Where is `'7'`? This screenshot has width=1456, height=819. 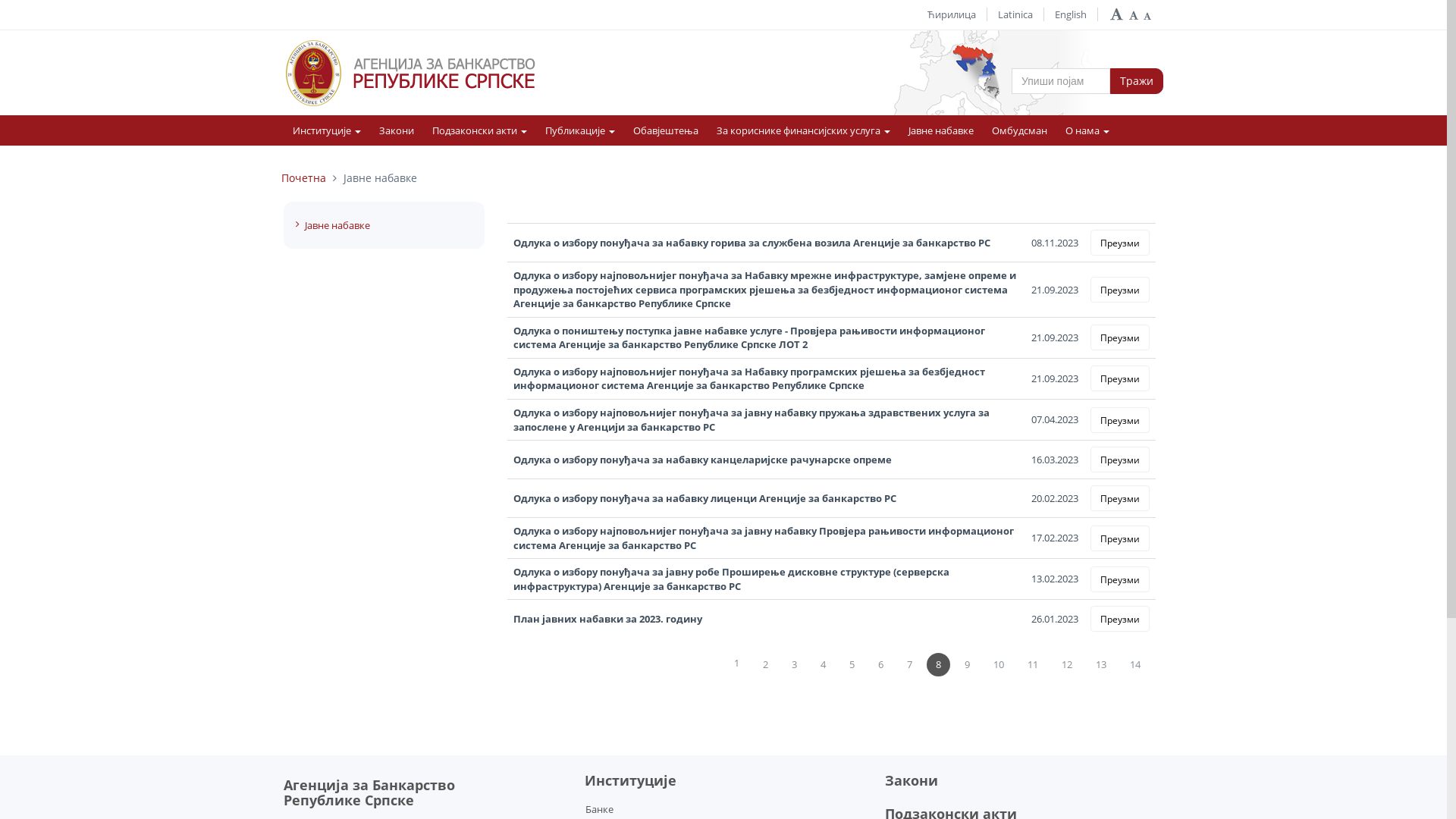
'7' is located at coordinates (909, 664).